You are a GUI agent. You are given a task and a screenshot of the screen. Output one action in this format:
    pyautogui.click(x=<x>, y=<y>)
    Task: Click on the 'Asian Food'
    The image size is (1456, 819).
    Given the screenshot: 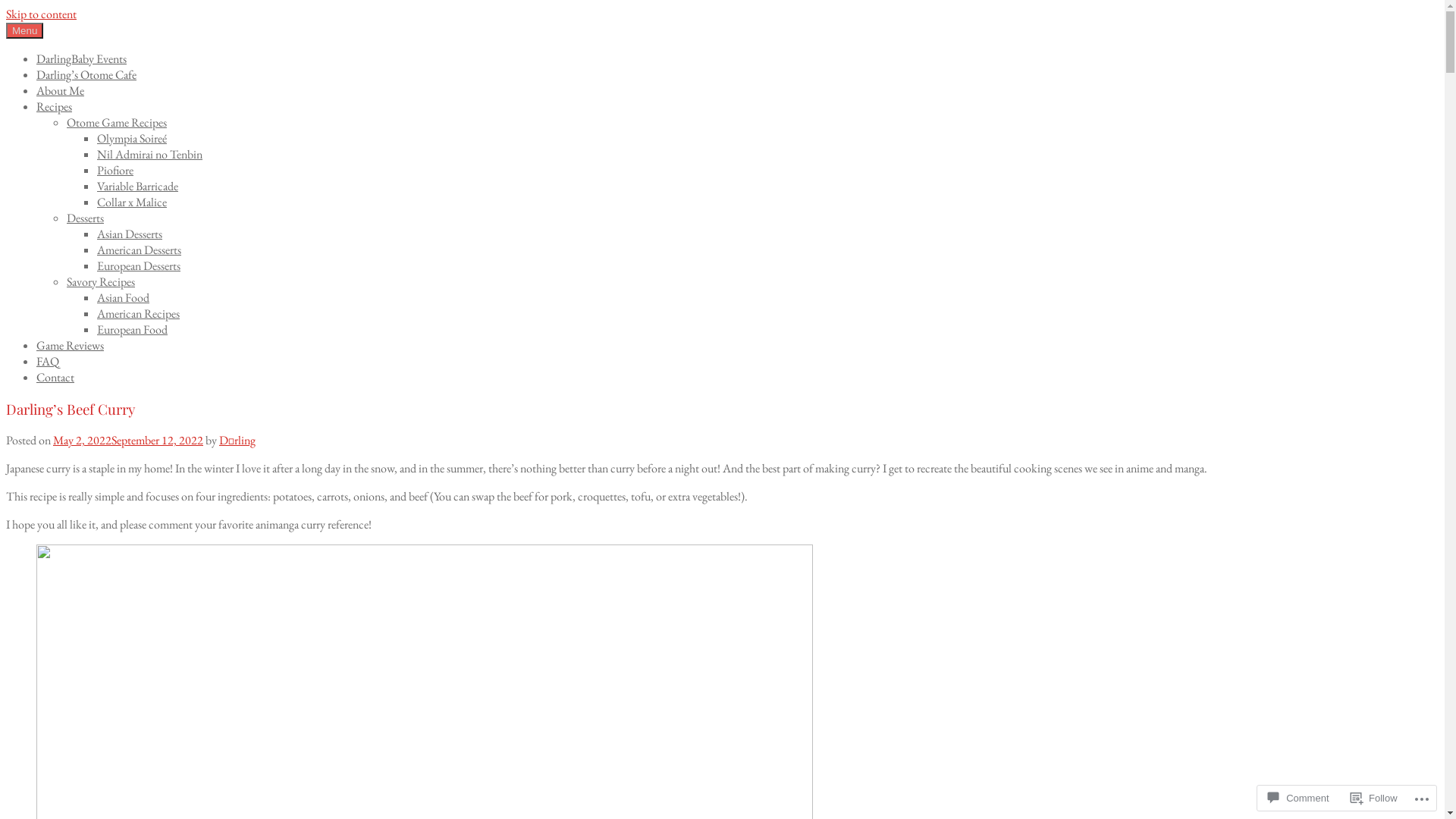 What is the action you would take?
    pyautogui.click(x=96, y=297)
    